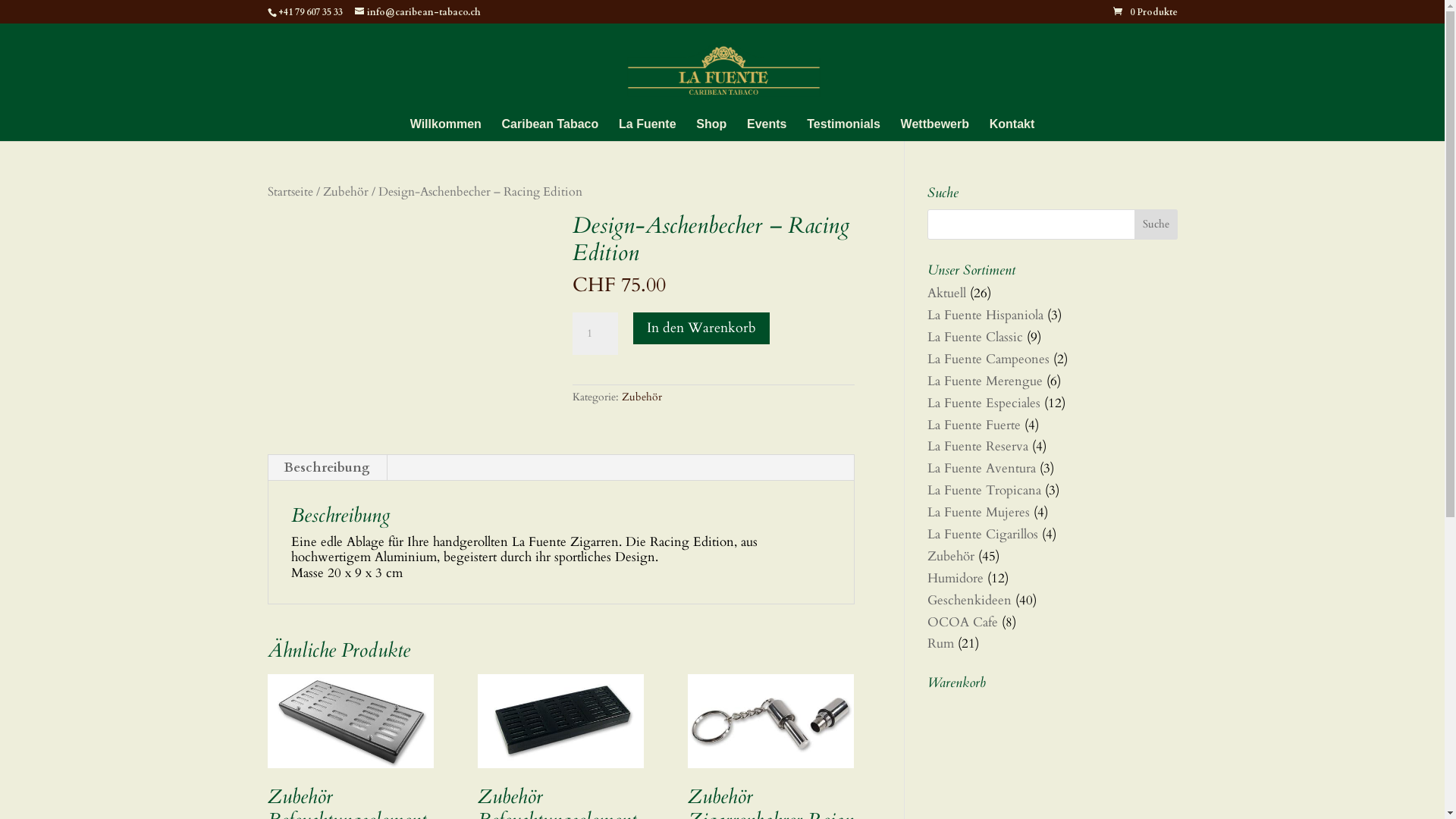  I want to click on 'OCOA Cafe', so click(961, 622).